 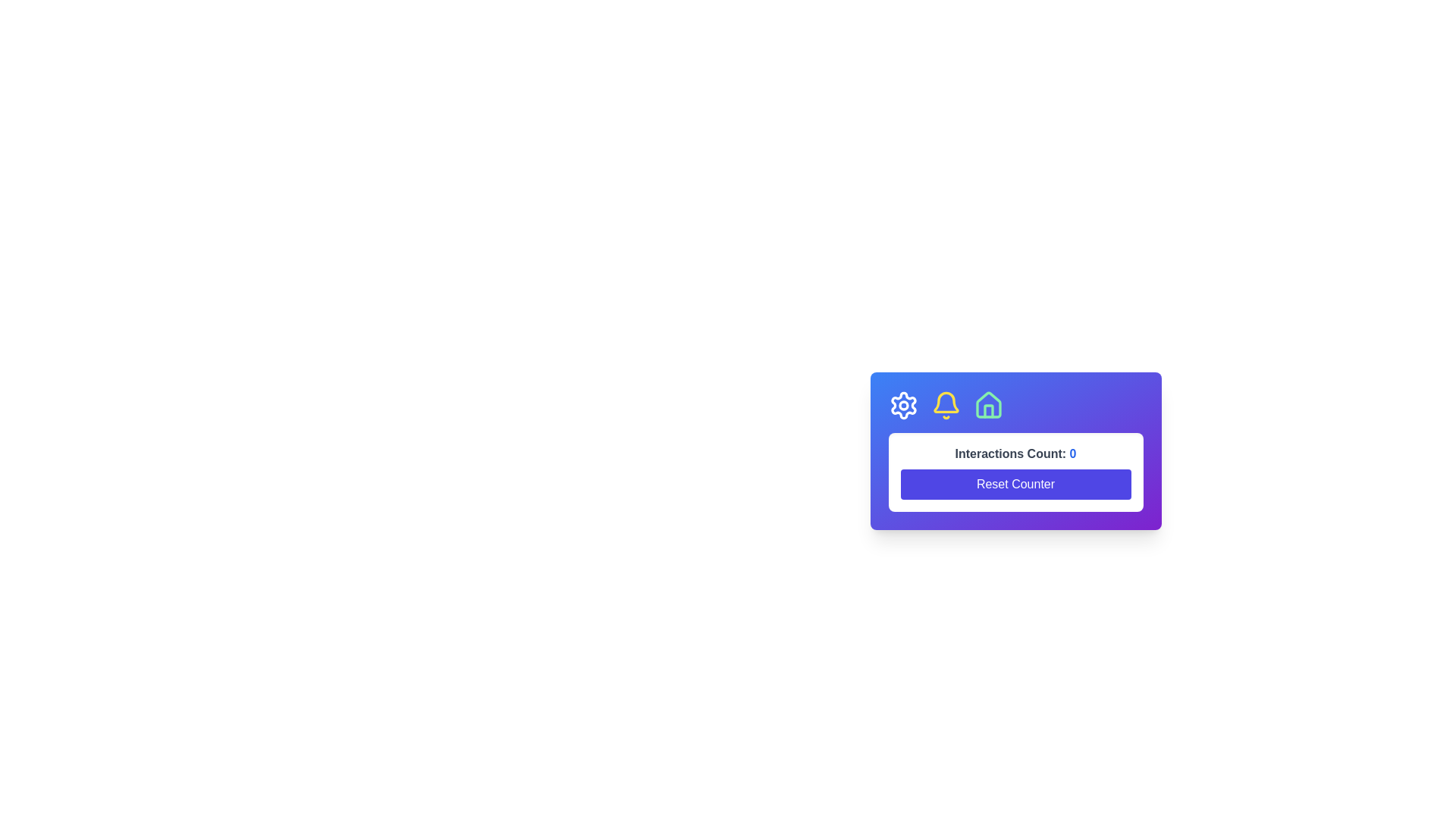 What do you see at coordinates (1015, 453) in the screenshot?
I see `displayed text from the bold gray label that shows 'Interactions Count: 0', which is centrally located within a blue panel above the 'Reset Counter' button` at bounding box center [1015, 453].